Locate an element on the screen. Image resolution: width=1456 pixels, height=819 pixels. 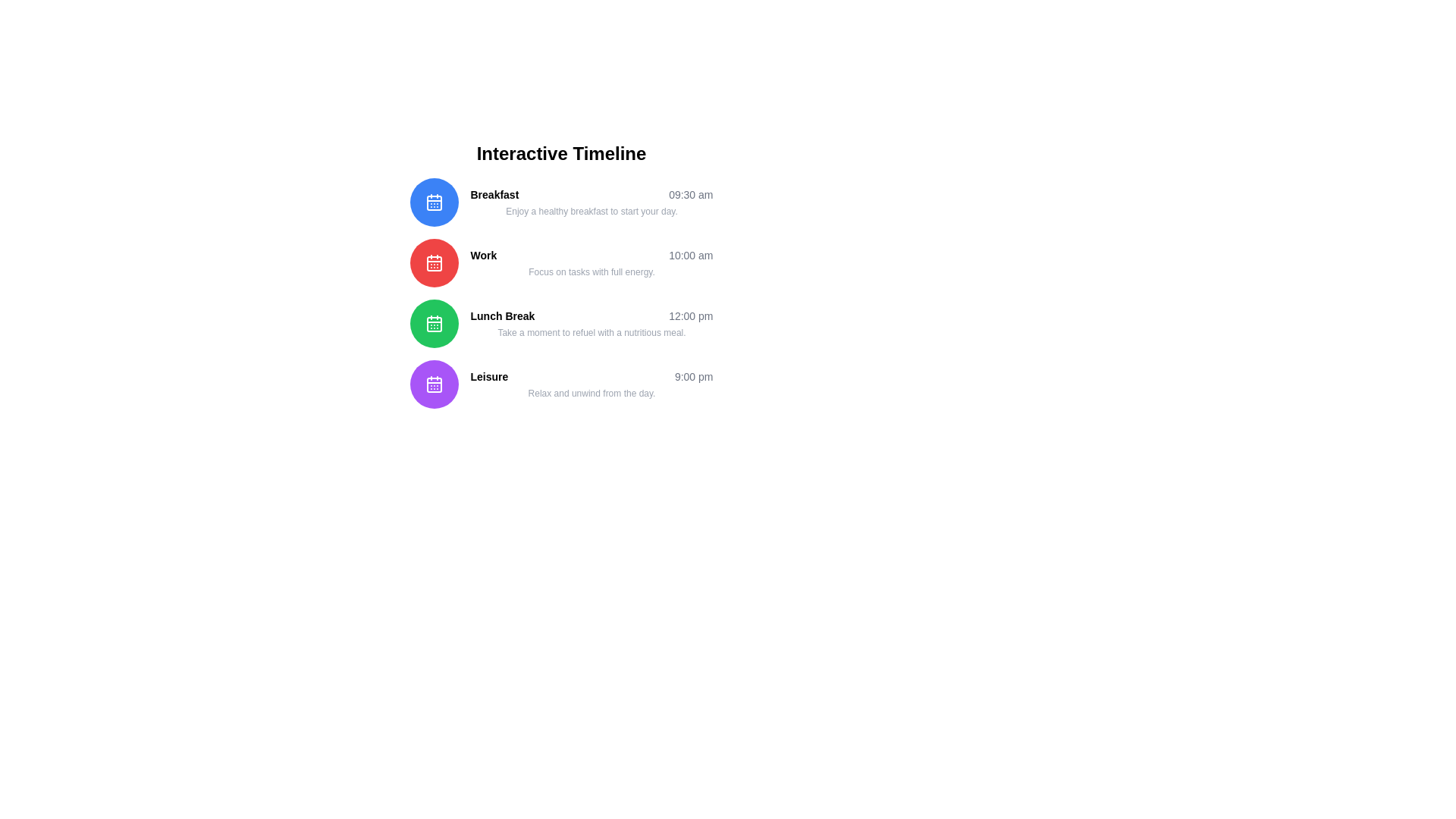
the 'Lunch Break' static text label in the timeline that is the third entry, following 'Breakfast' and 'Work' and preceding 'Leisure' is located at coordinates (502, 315).